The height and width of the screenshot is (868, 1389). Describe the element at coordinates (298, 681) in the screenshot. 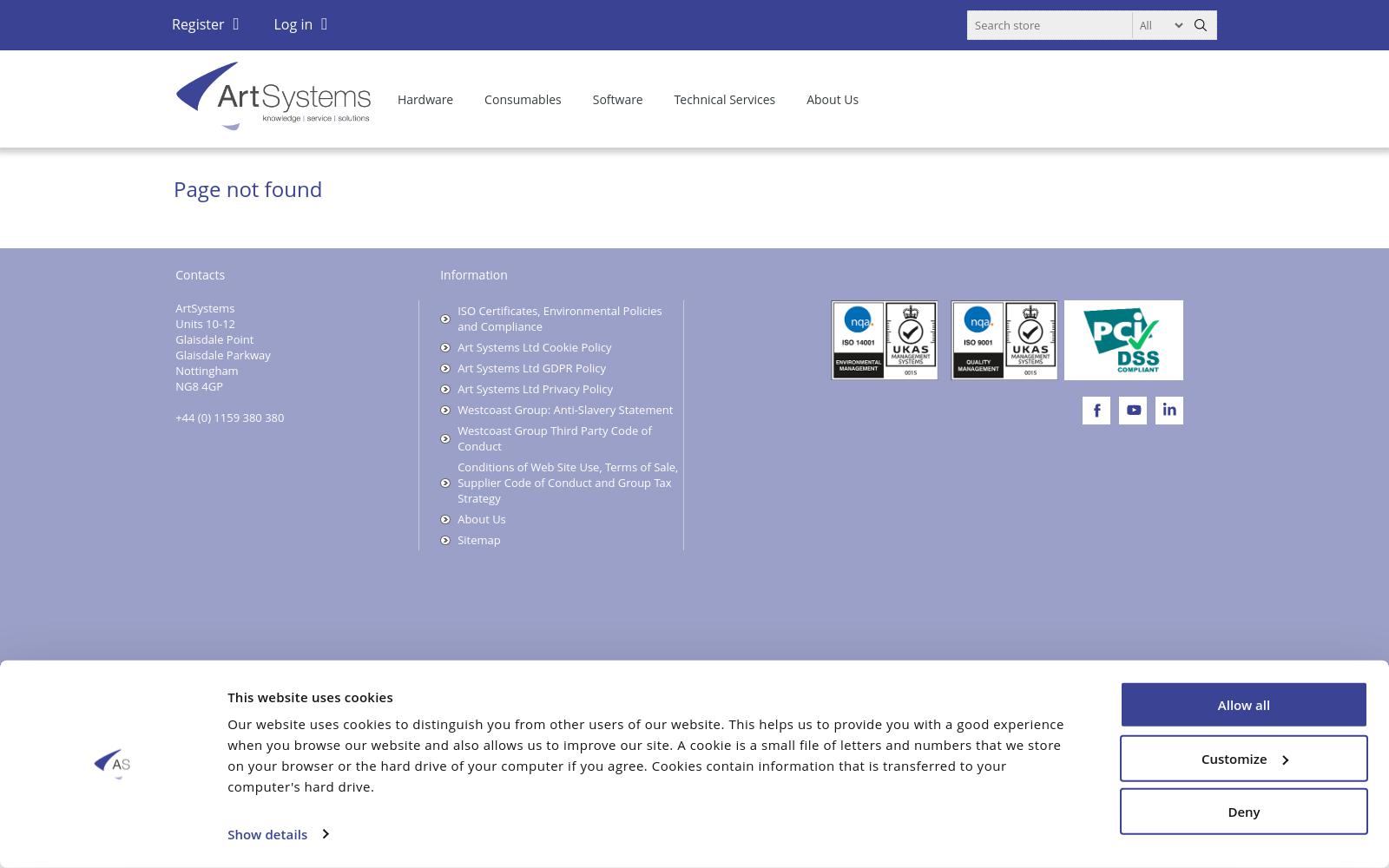

I see `'Copyright © 2023 ArtSystems Store. All rights reserved.'` at that location.